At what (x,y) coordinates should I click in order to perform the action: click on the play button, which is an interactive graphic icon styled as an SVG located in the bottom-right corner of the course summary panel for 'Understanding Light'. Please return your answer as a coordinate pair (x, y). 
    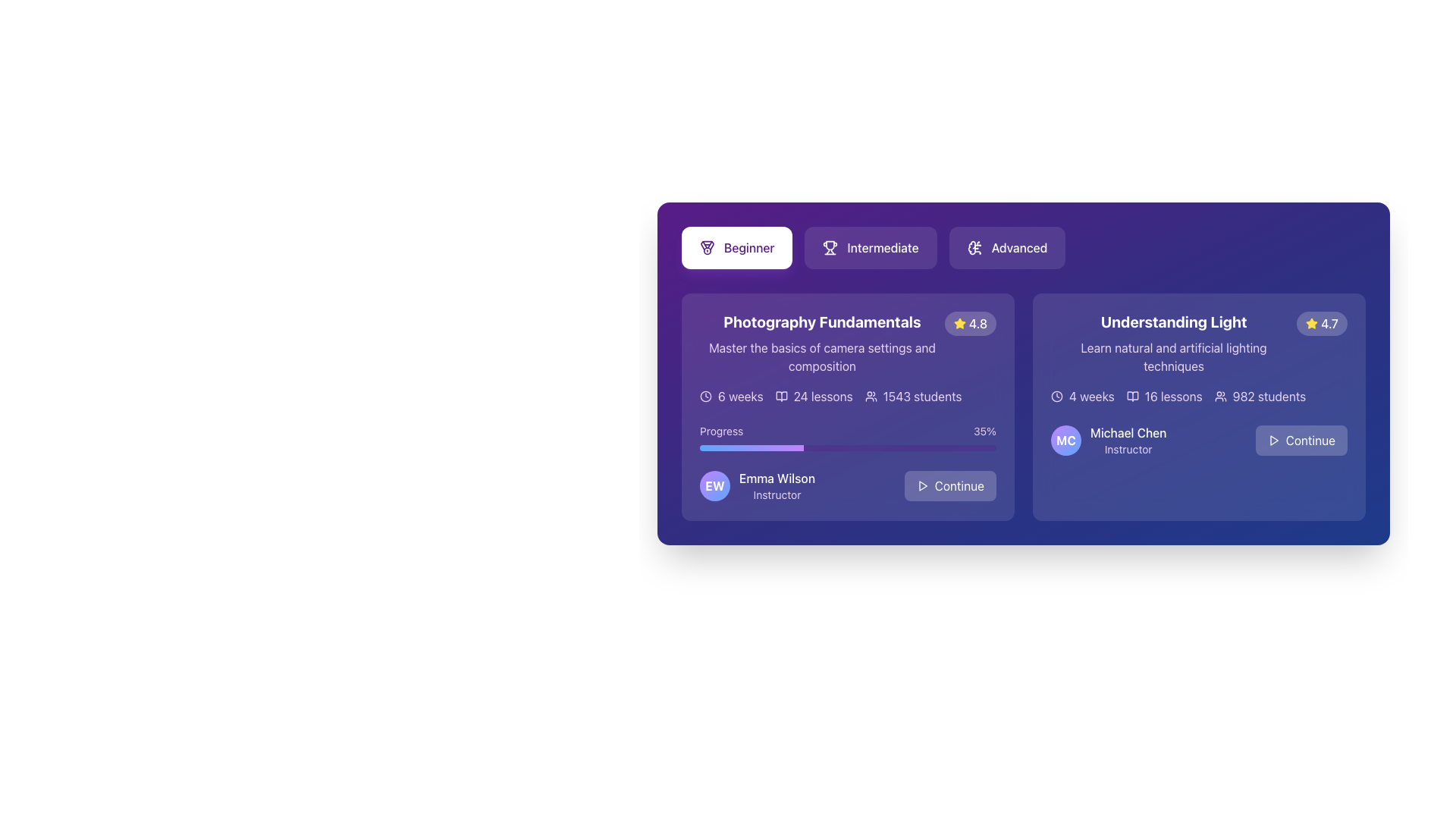
    Looking at the image, I should click on (1274, 441).